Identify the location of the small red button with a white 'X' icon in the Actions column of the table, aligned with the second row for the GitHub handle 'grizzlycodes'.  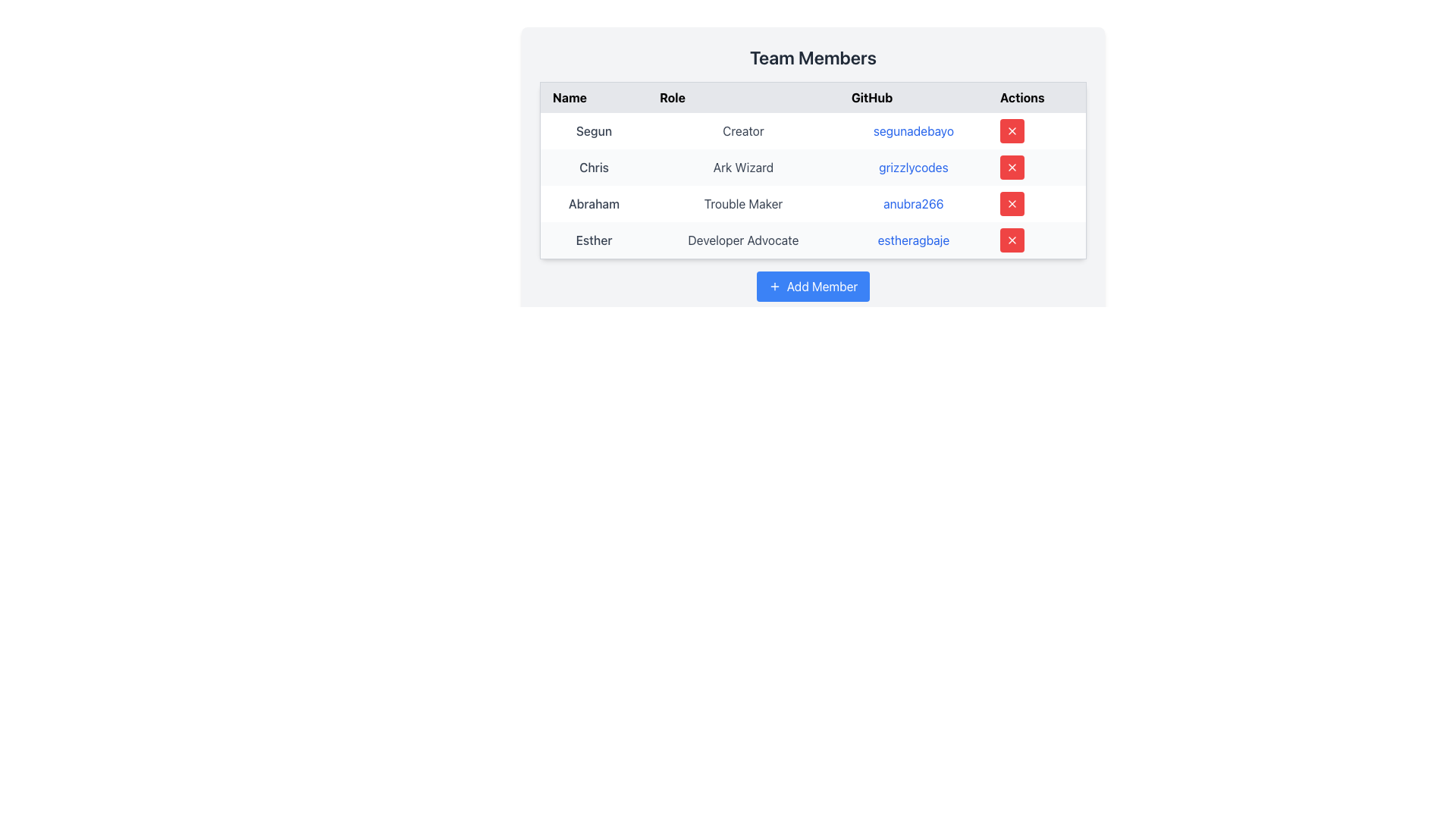
(1012, 167).